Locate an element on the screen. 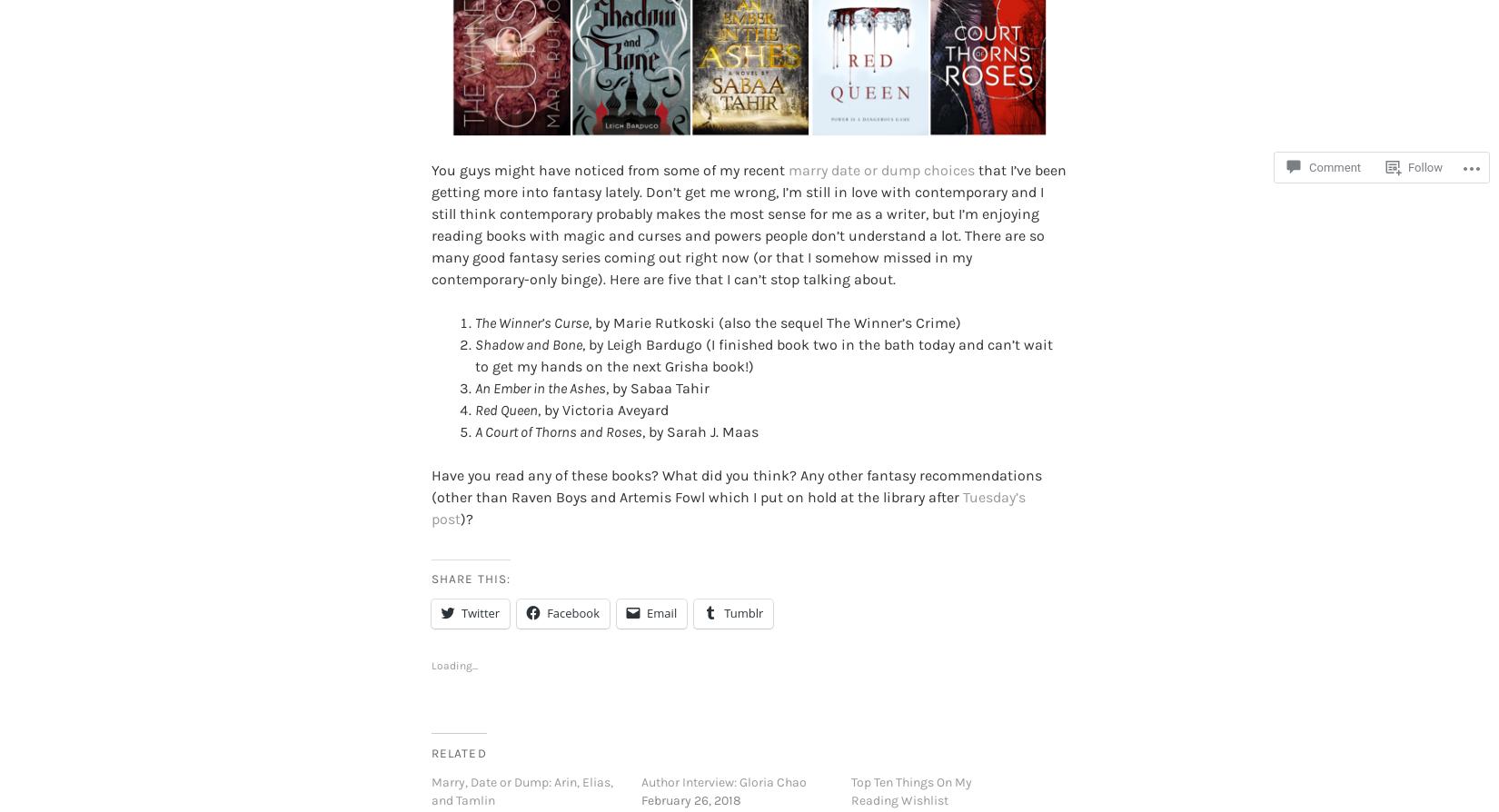  'Share this:' is located at coordinates (469, 550).